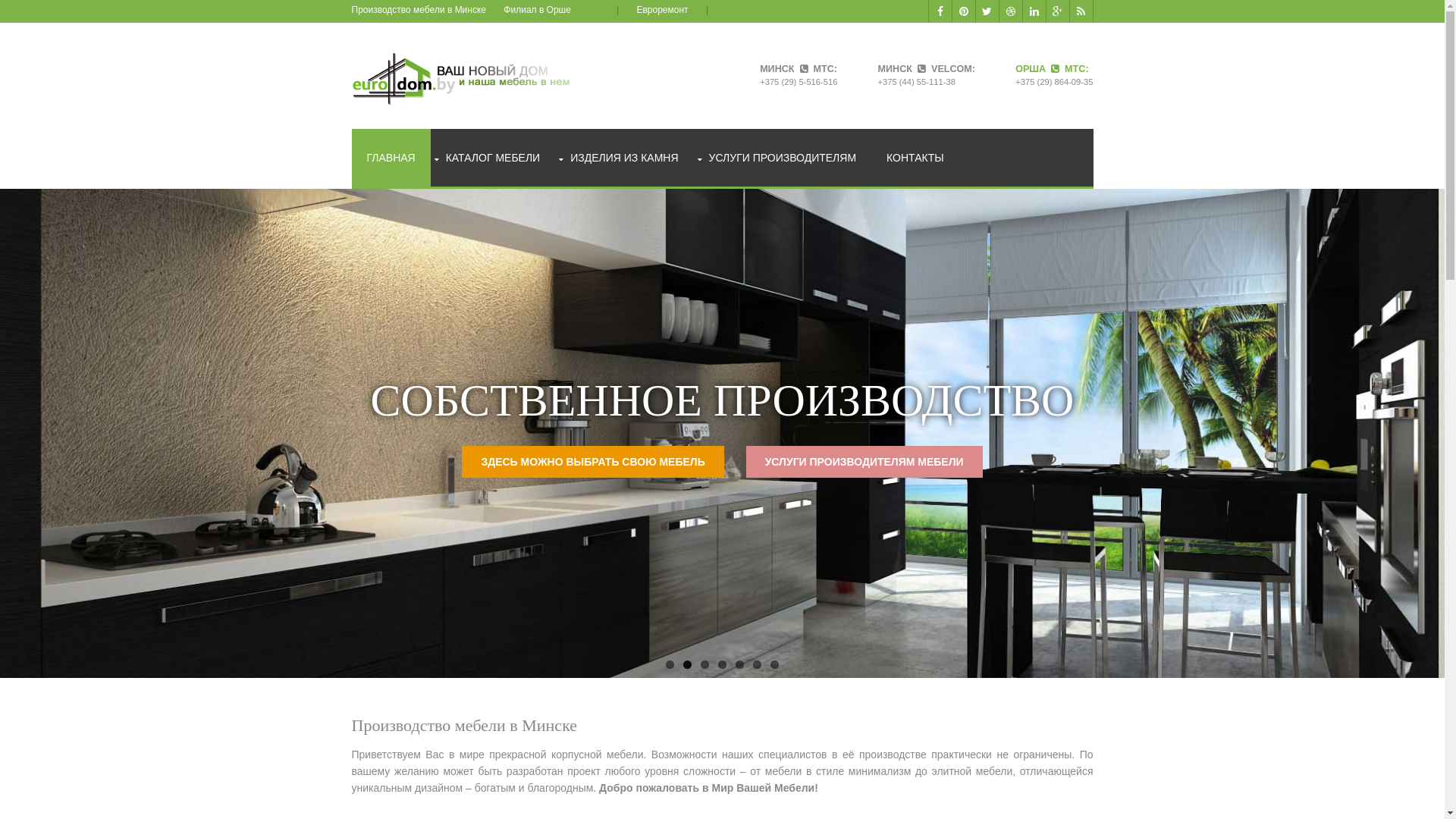  What do you see at coordinates (704, 664) in the screenshot?
I see `'3'` at bounding box center [704, 664].